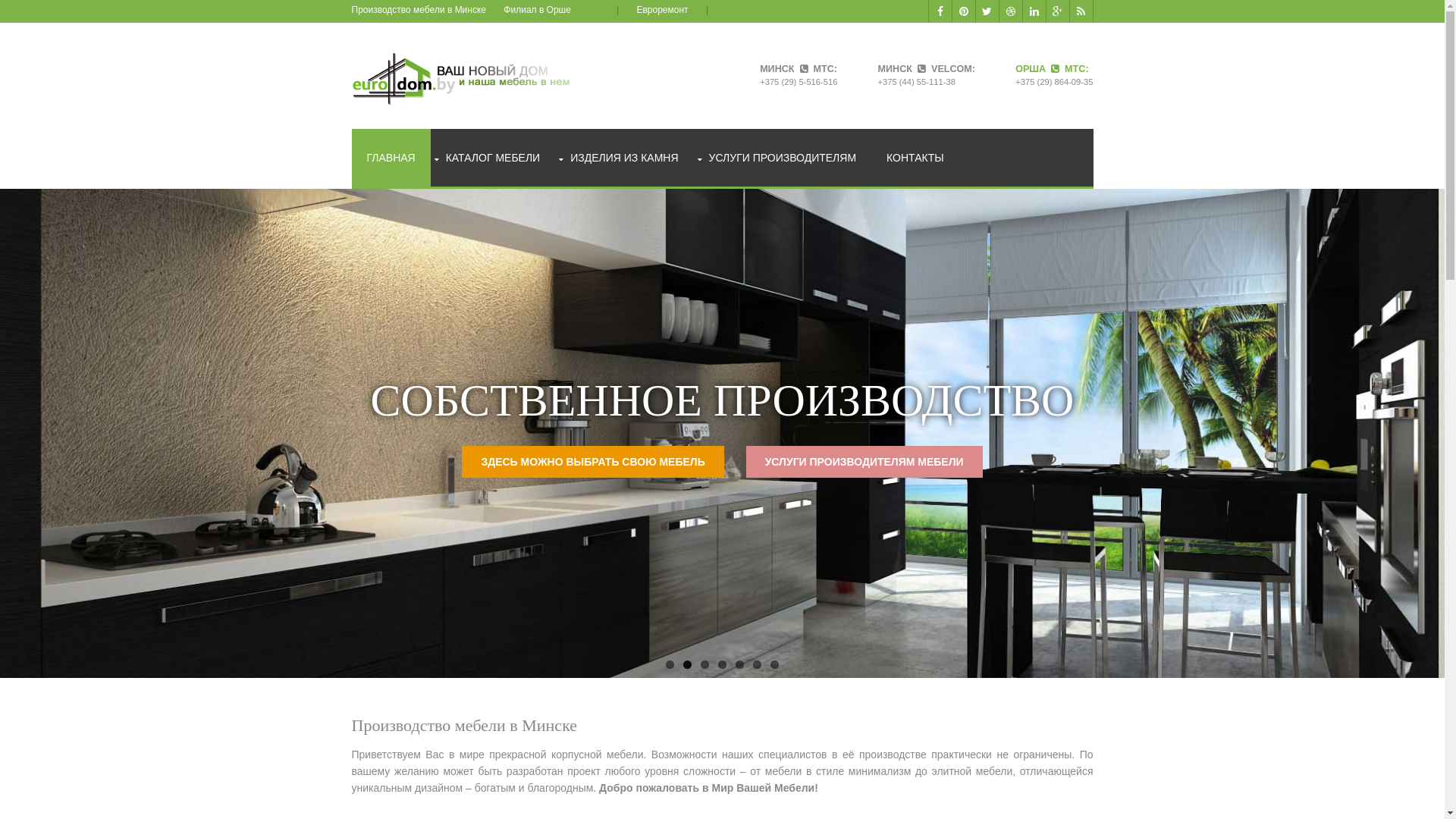  What do you see at coordinates (704, 664) in the screenshot?
I see `'3'` at bounding box center [704, 664].